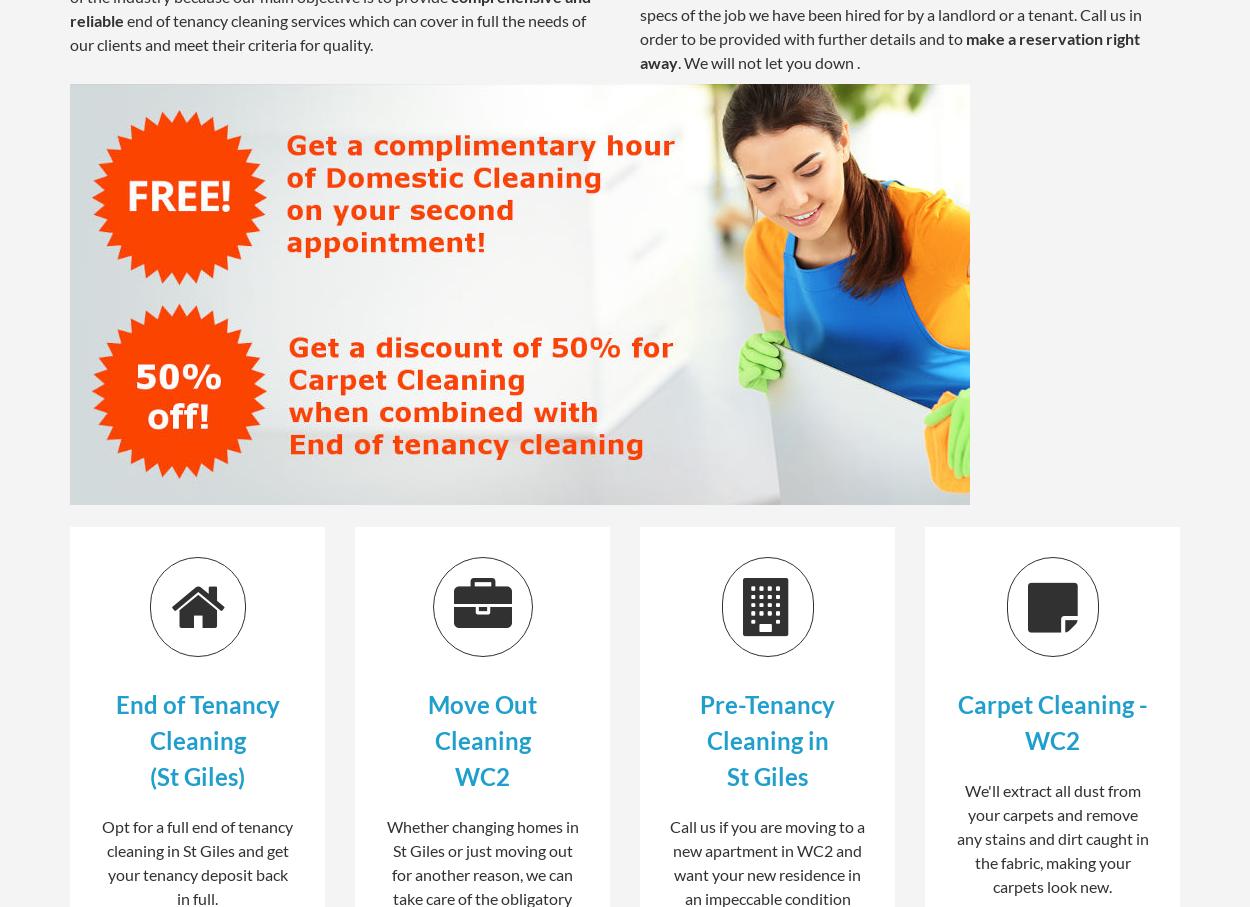 Image resolution: width=1250 pixels, height=907 pixels. What do you see at coordinates (890, 49) in the screenshot?
I see `'make a reservation right away'` at bounding box center [890, 49].